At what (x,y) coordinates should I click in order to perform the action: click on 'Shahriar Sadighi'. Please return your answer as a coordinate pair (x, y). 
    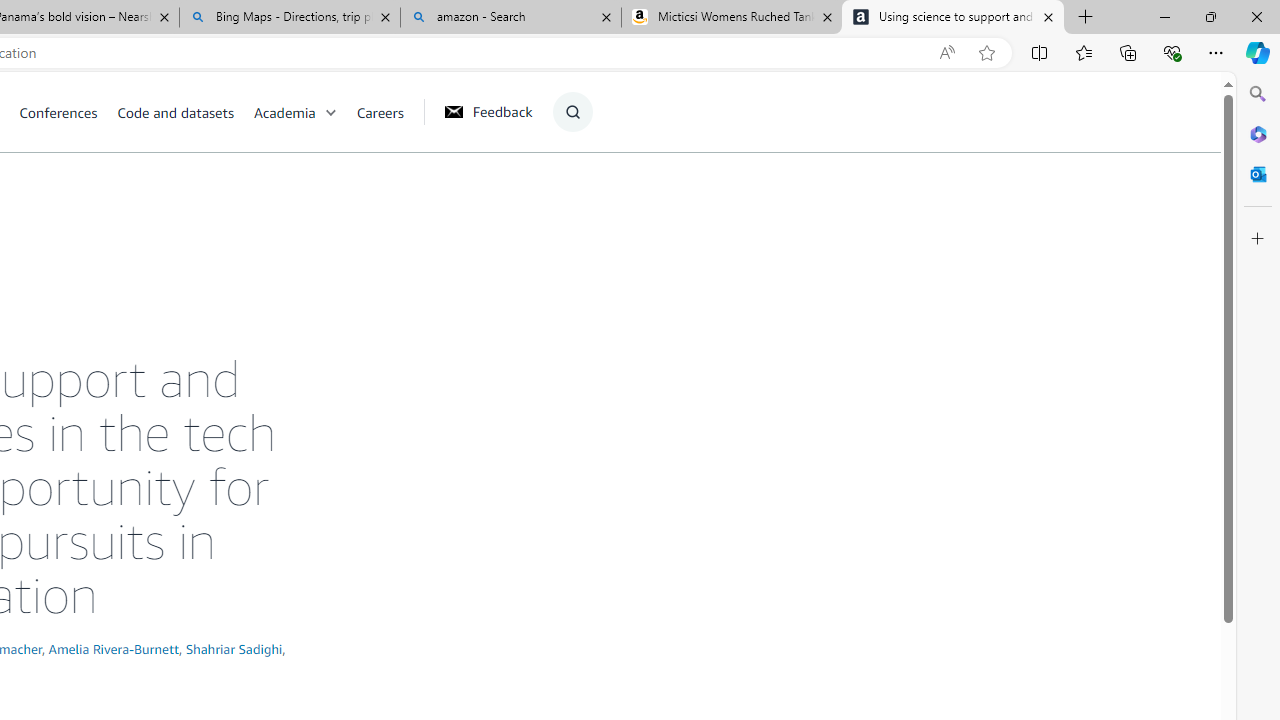
    Looking at the image, I should click on (234, 648).